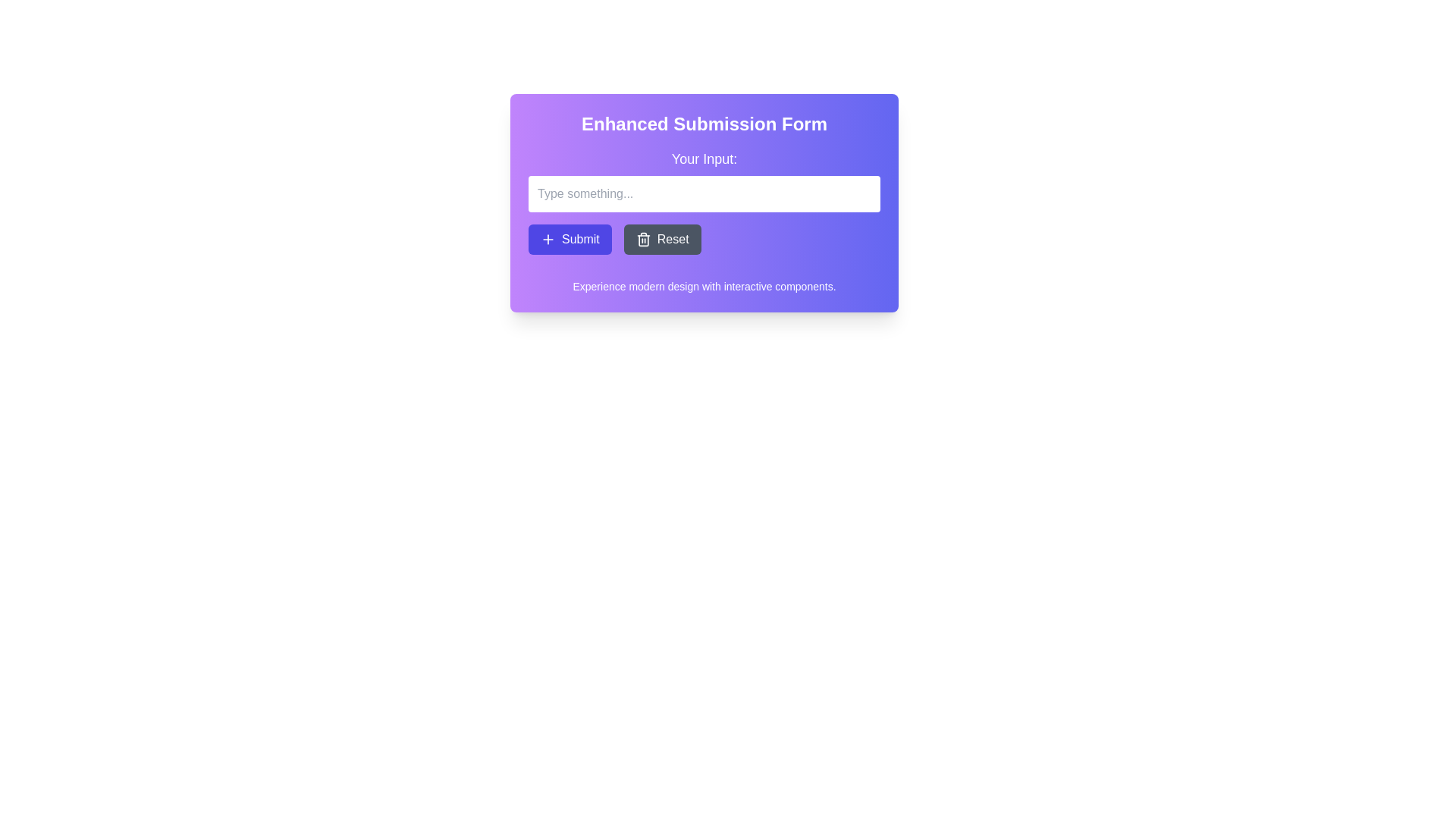 This screenshot has width=1456, height=819. Describe the element at coordinates (704, 180) in the screenshot. I see `the text input field located in the 'Enhanced Submission Form' card to focus on it` at that location.